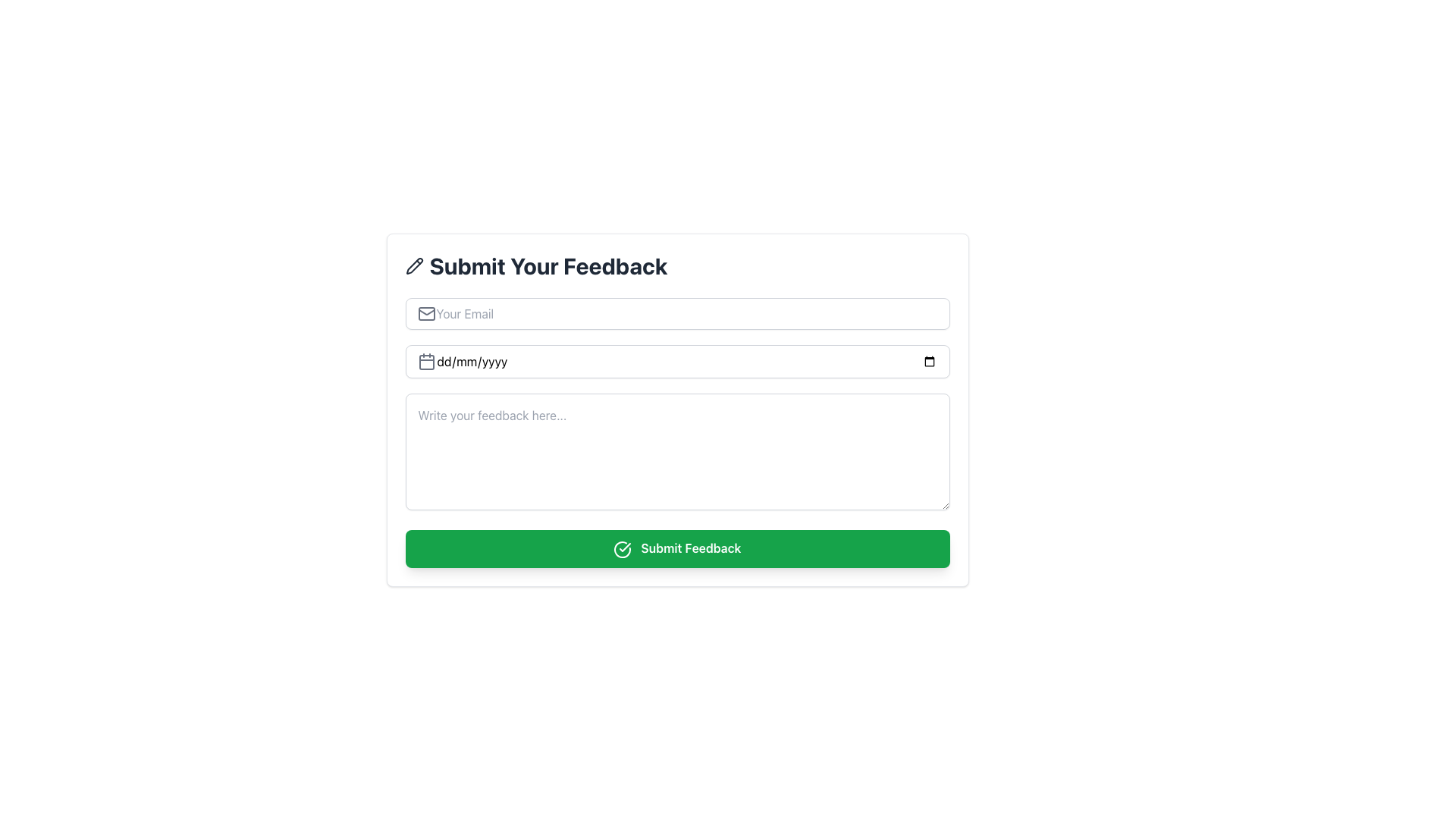 The height and width of the screenshot is (819, 1456). What do you see at coordinates (414, 265) in the screenshot?
I see `the editing icon located at the top-left corner of the 'Submit Your Feedback' text in the header area of the form` at bounding box center [414, 265].